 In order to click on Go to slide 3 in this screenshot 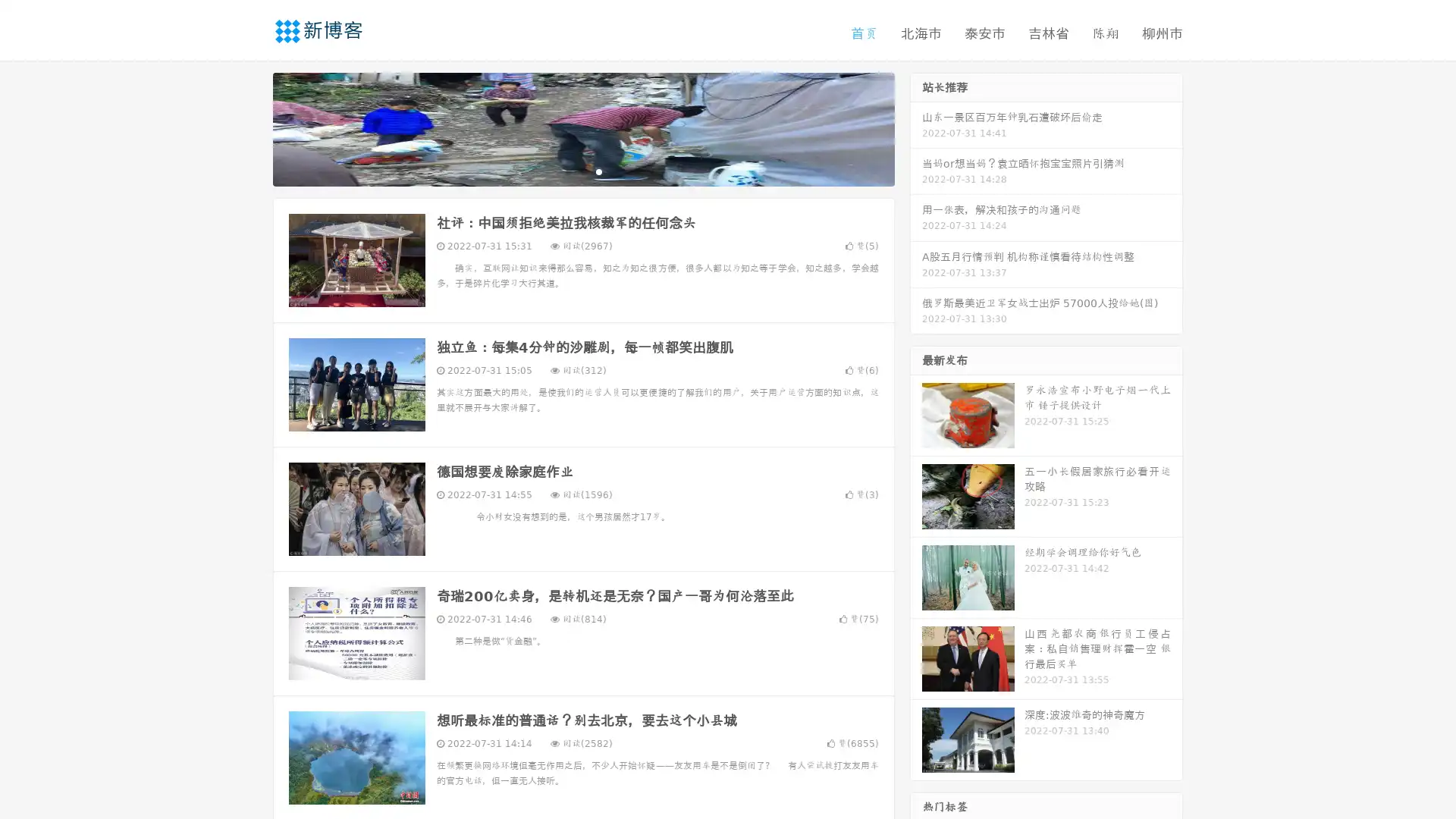, I will do `click(598, 171)`.